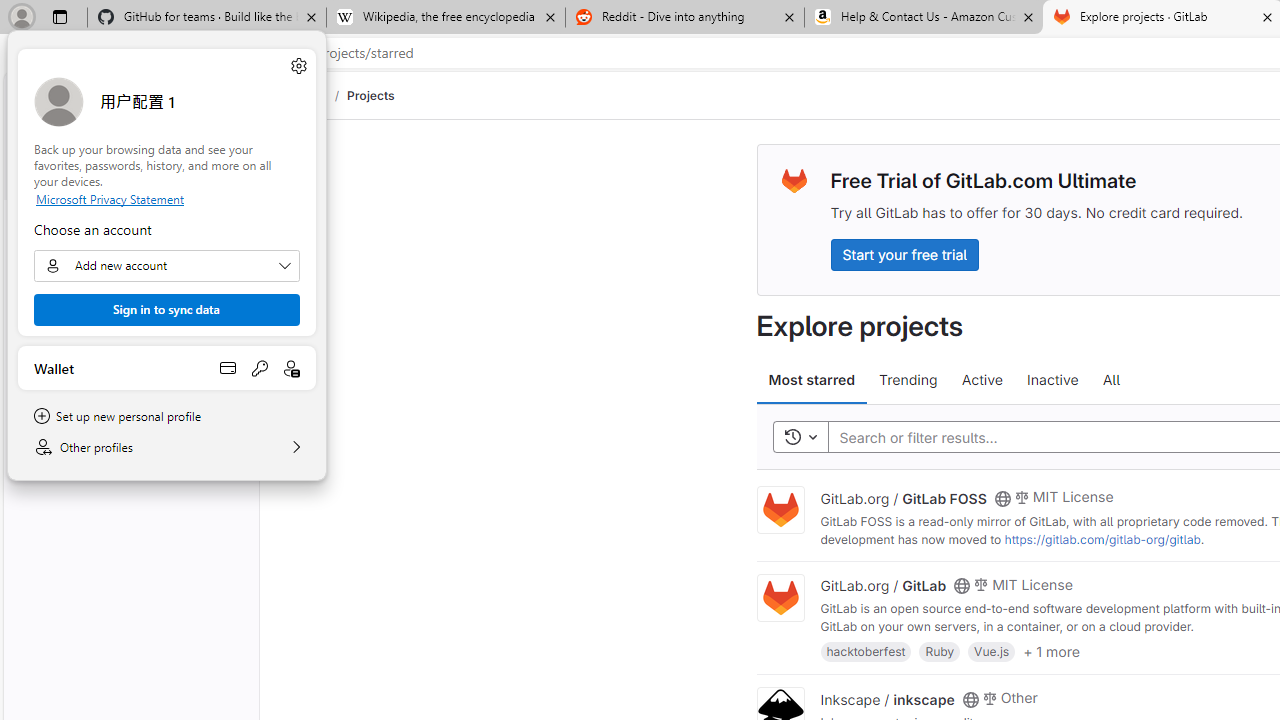 This screenshot has height=720, width=1280. Describe the element at coordinates (907, 380) in the screenshot. I see `'Trending'` at that location.